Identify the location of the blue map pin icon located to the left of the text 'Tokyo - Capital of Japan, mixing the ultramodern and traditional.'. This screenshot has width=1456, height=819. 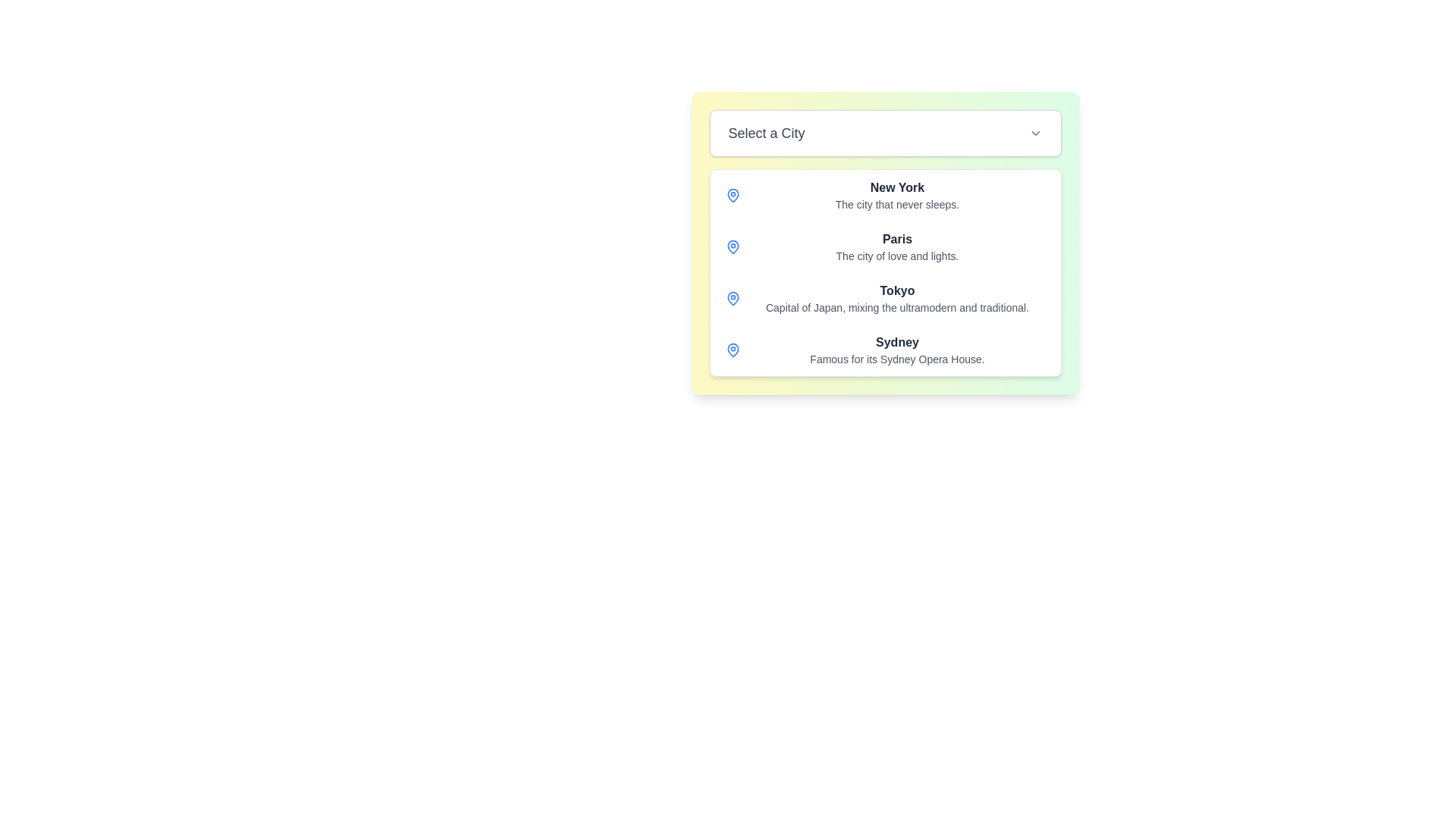
(733, 298).